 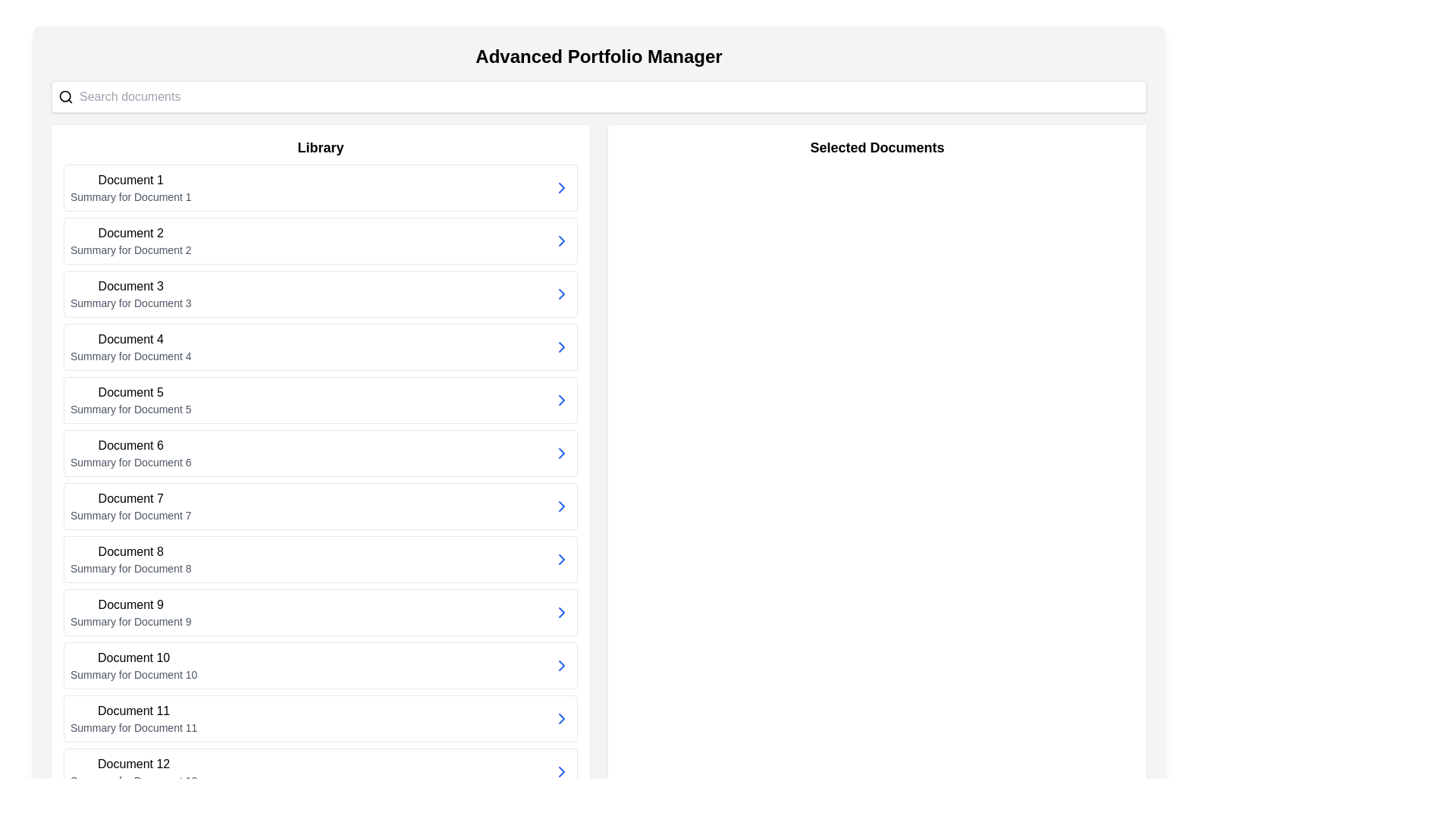 I want to click on the Chevron-Right icon, so click(x=560, y=294).